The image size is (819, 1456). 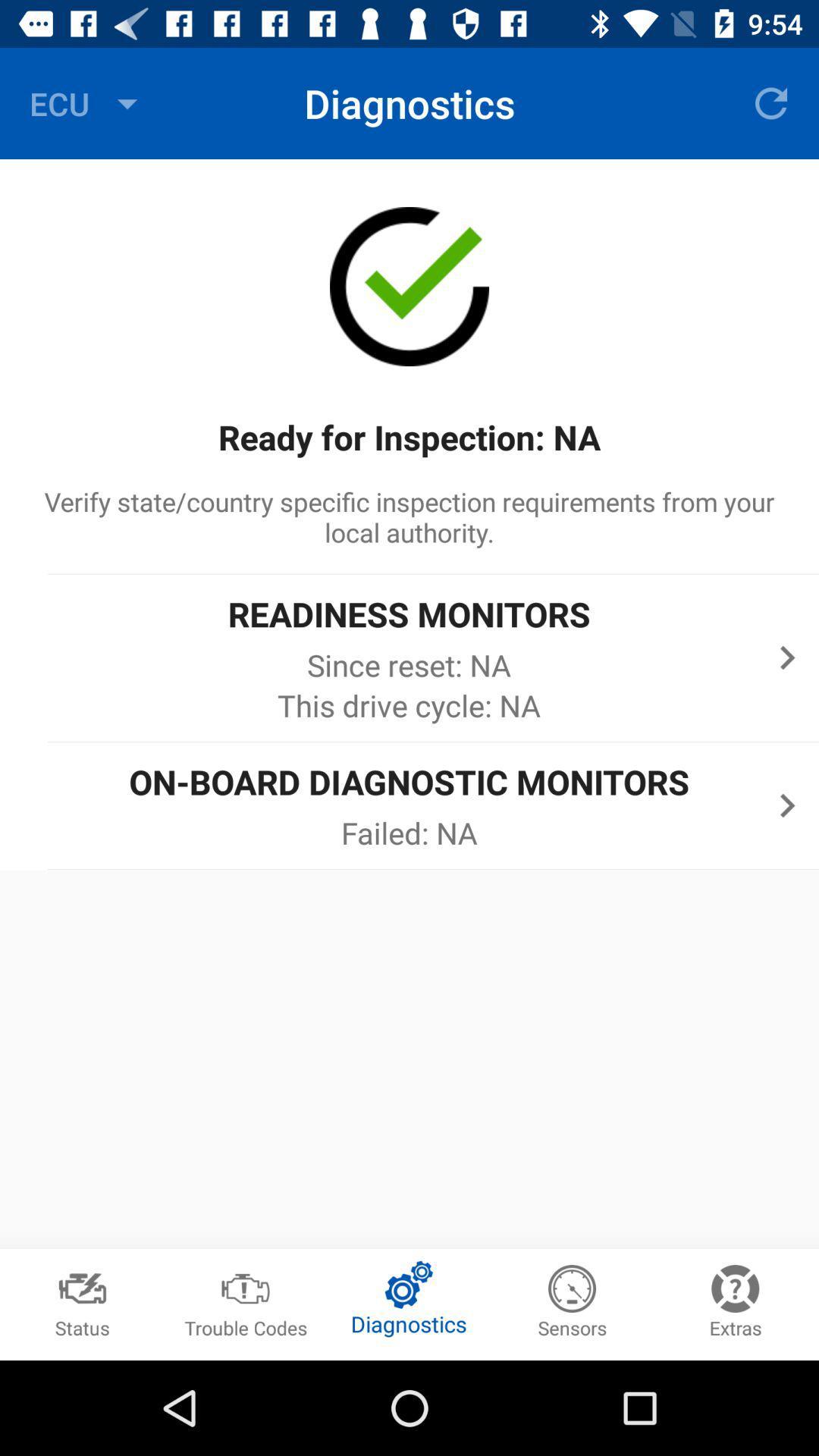 What do you see at coordinates (87, 102) in the screenshot?
I see `icon to the left of diagnostics` at bounding box center [87, 102].